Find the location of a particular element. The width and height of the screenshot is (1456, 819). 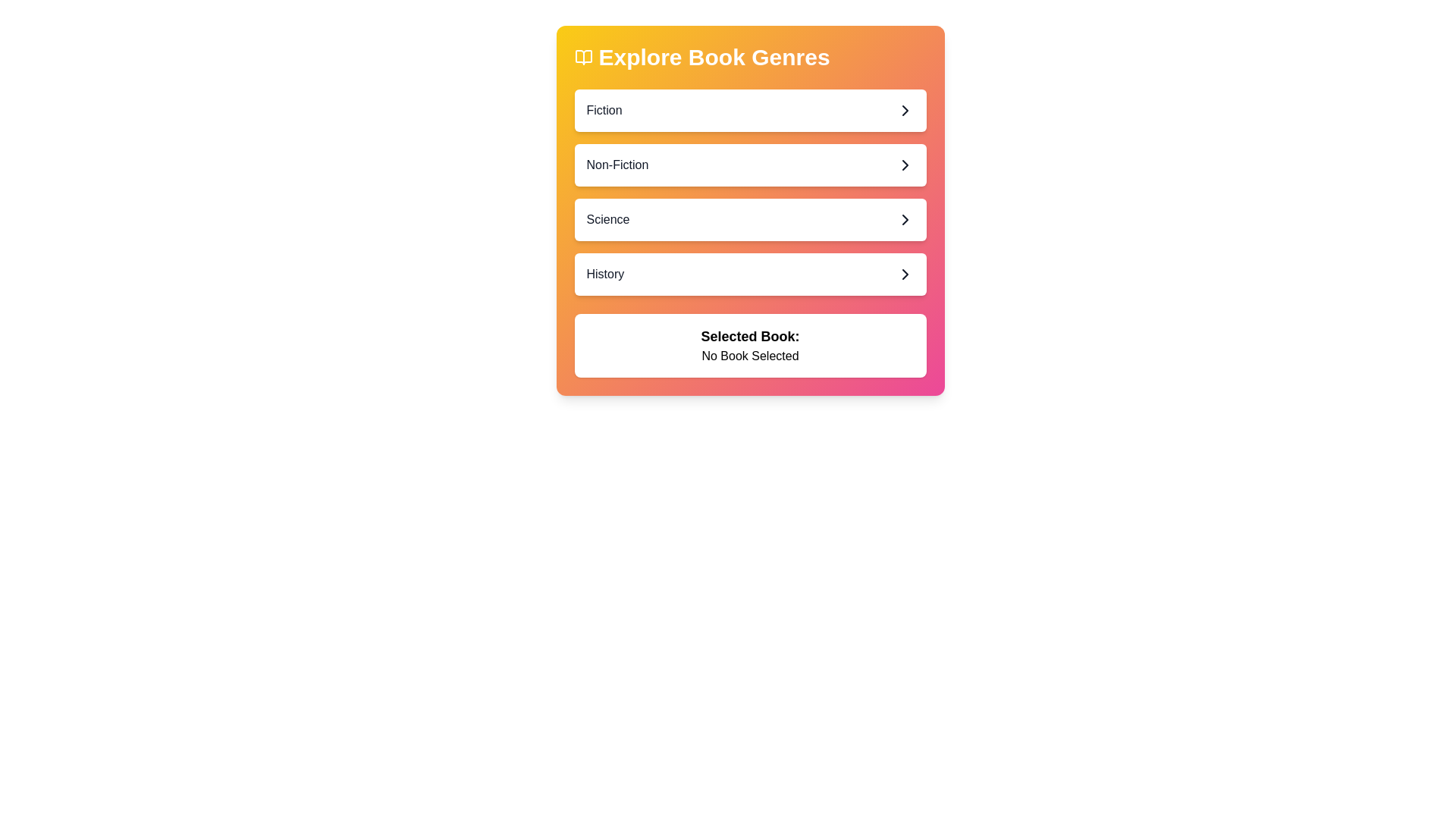

the 'History' clickable list item is located at coordinates (750, 275).